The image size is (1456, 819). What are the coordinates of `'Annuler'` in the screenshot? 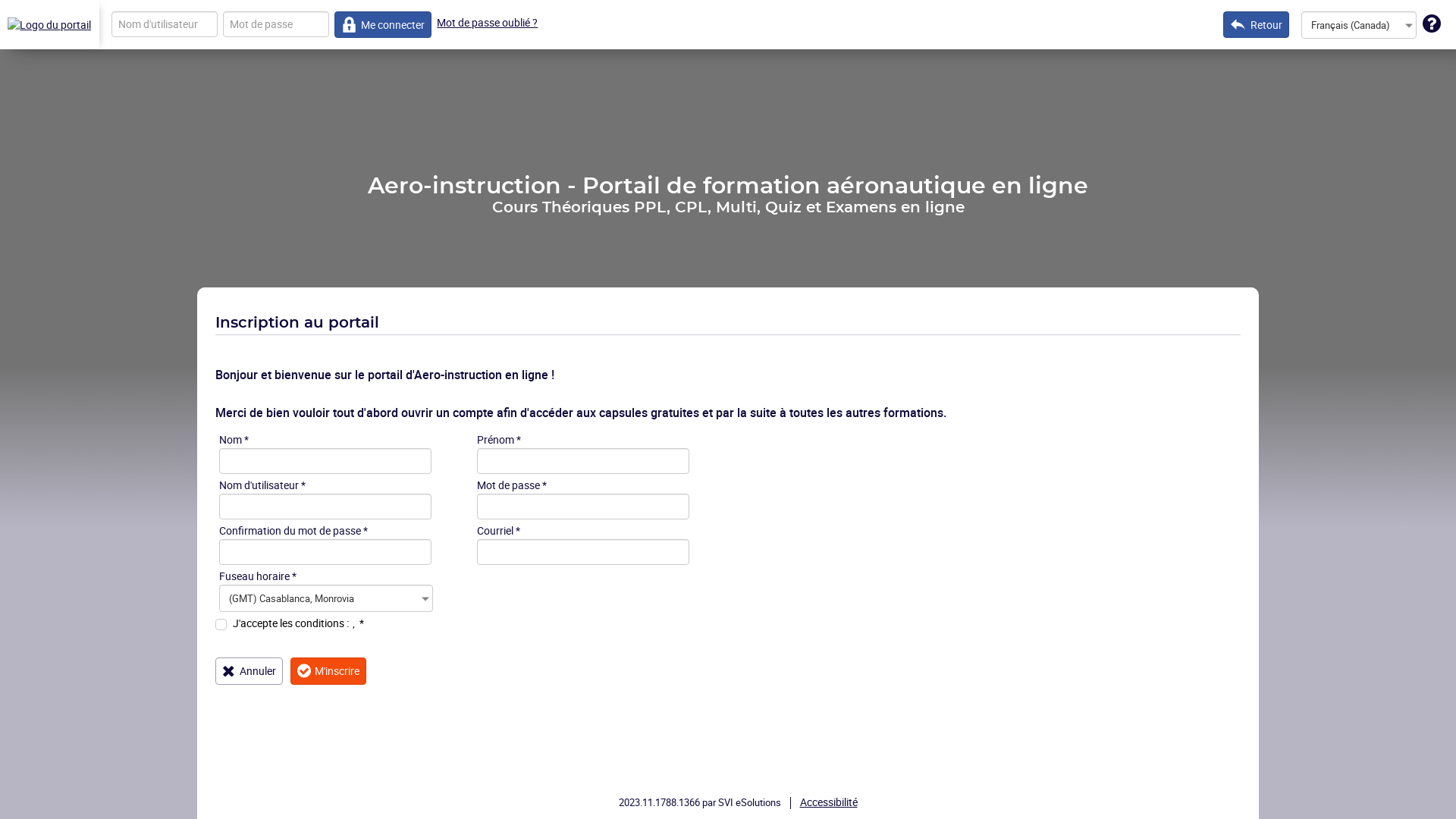 It's located at (249, 670).